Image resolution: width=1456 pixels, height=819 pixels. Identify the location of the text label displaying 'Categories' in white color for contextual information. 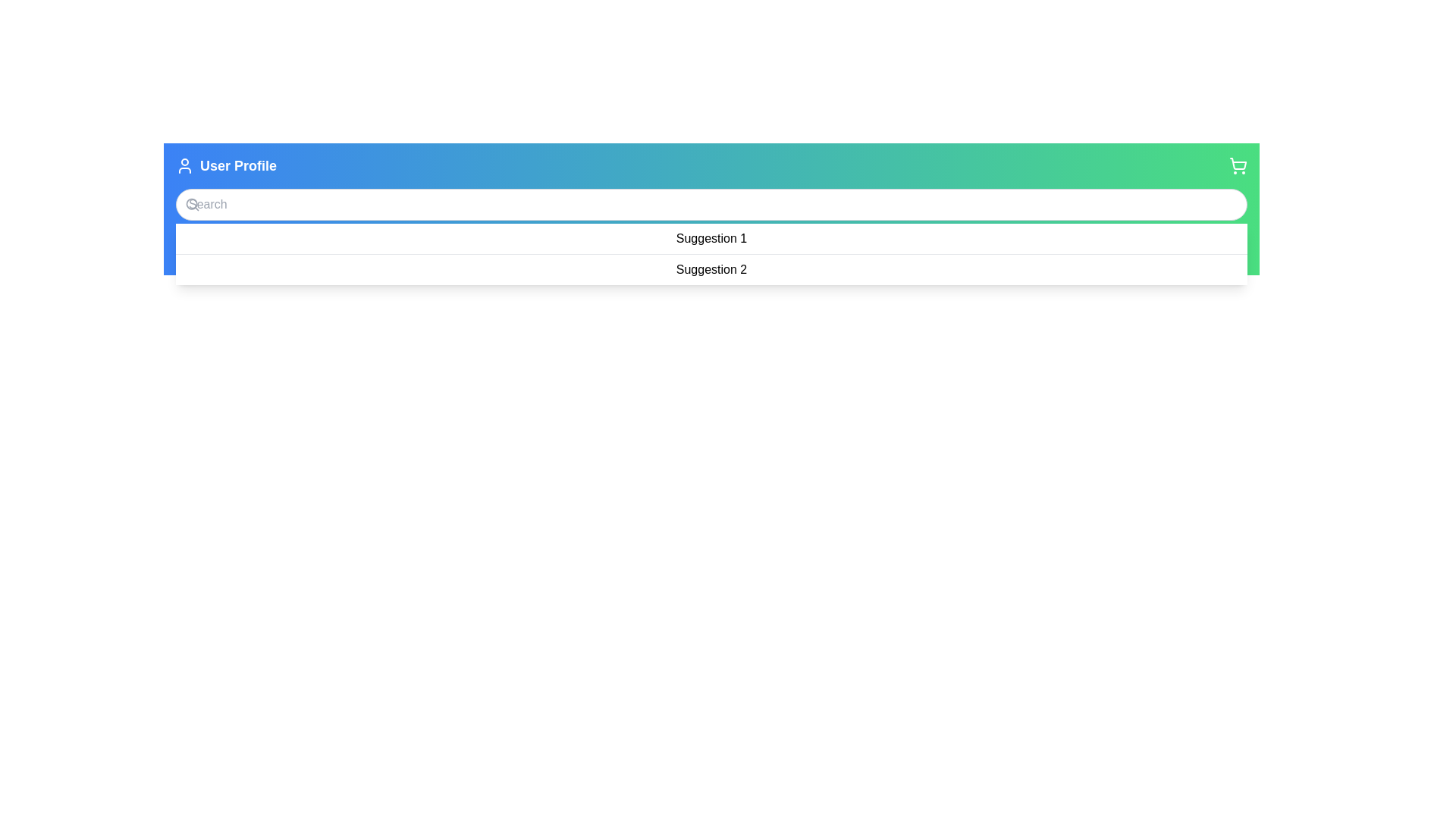
(304, 256).